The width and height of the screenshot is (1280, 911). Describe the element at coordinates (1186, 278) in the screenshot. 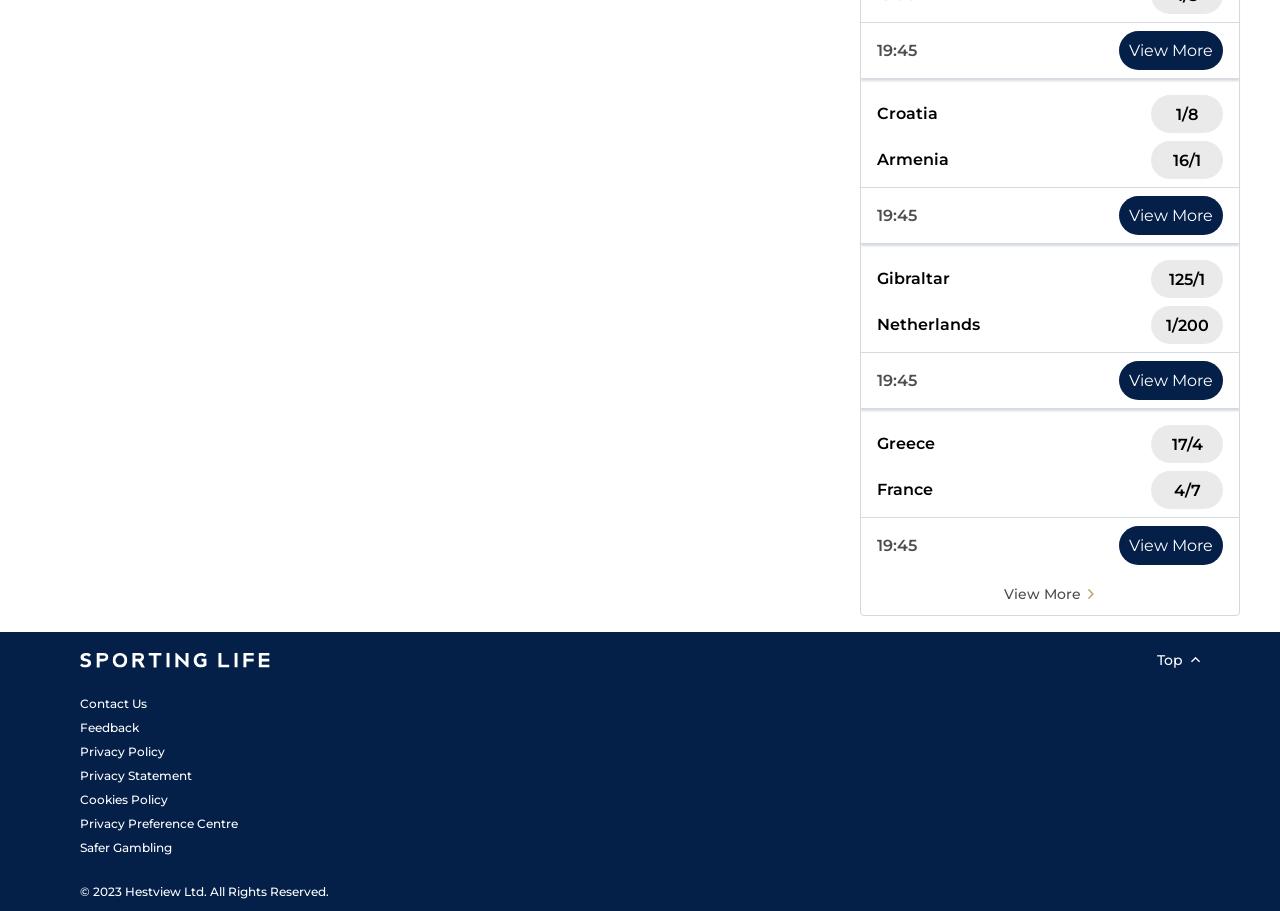

I see `'125/1'` at that location.